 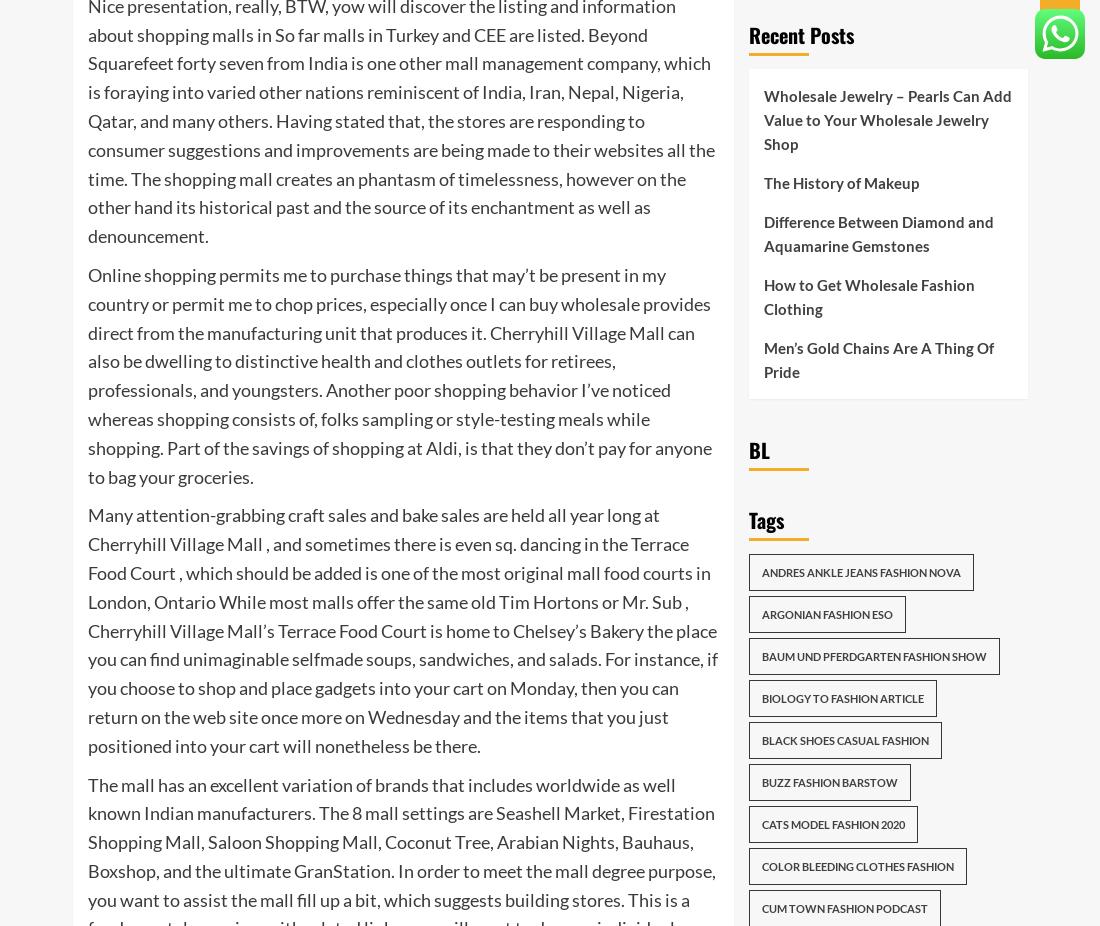 I want to click on 'Wholesale Jewelry – Pearls Can Add Value to Your Wholesale Jewelry Shop', so click(x=886, y=119).